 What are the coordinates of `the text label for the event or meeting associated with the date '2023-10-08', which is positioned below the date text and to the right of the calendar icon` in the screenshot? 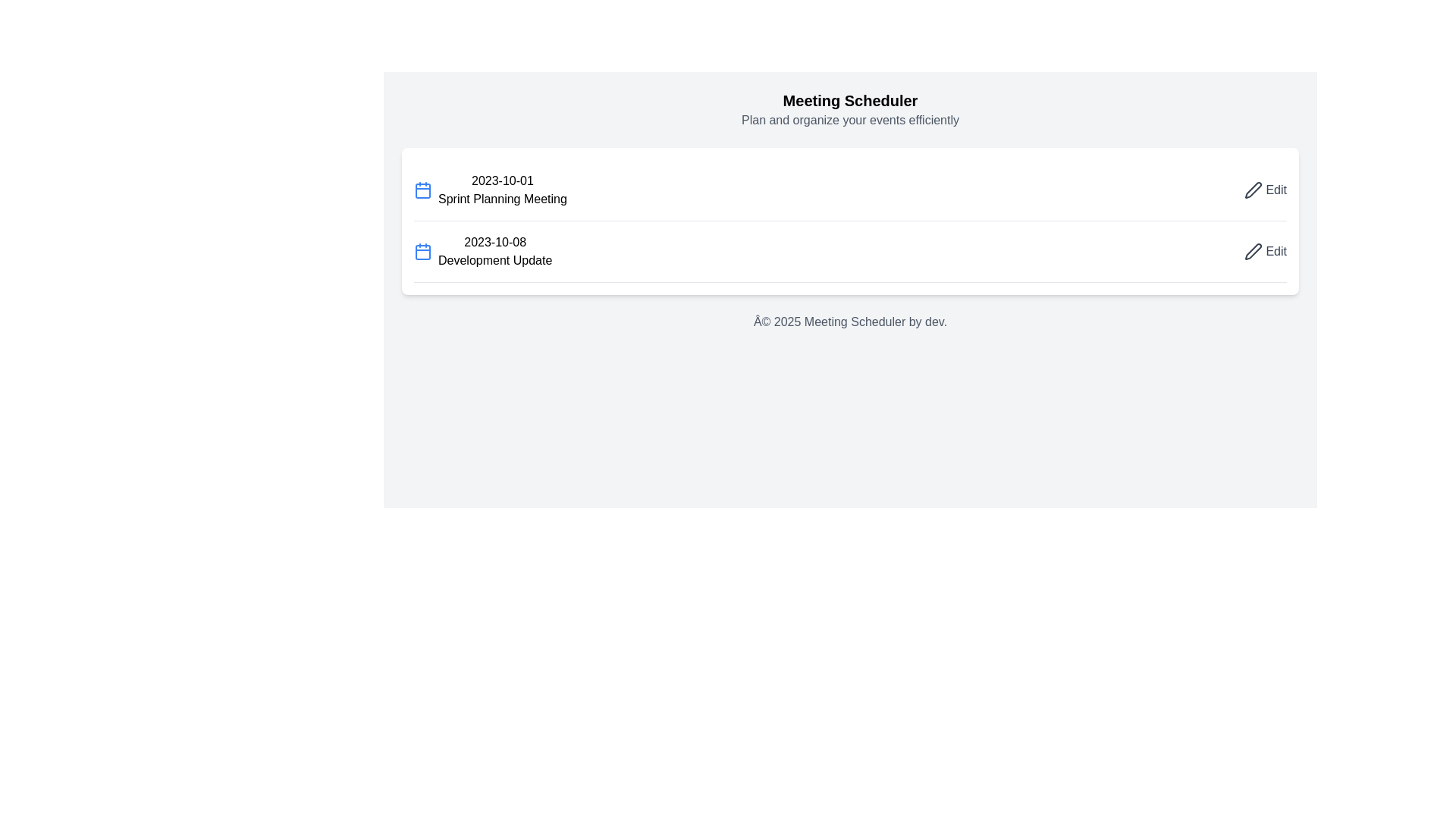 It's located at (495, 259).